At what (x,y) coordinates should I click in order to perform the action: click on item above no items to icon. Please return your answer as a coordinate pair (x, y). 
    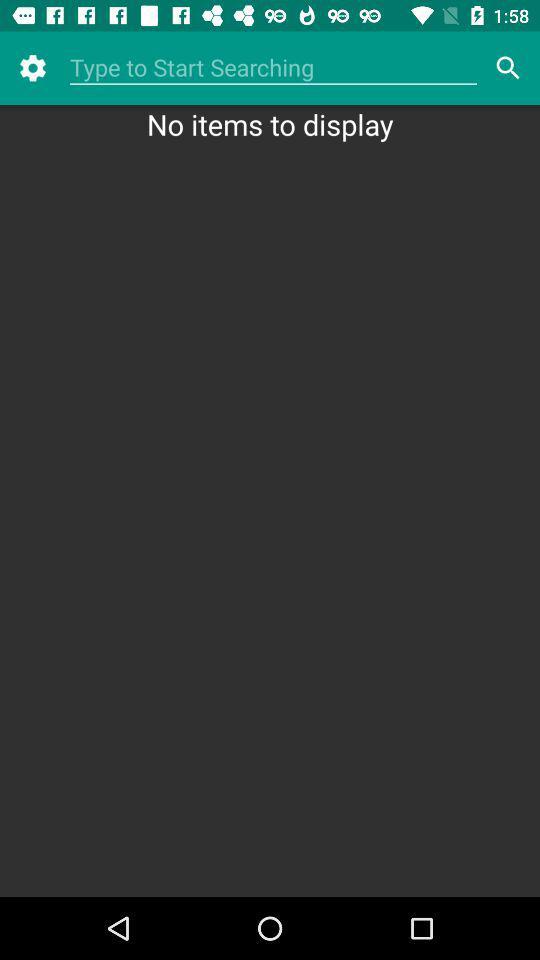
    Looking at the image, I should click on (272, 68).